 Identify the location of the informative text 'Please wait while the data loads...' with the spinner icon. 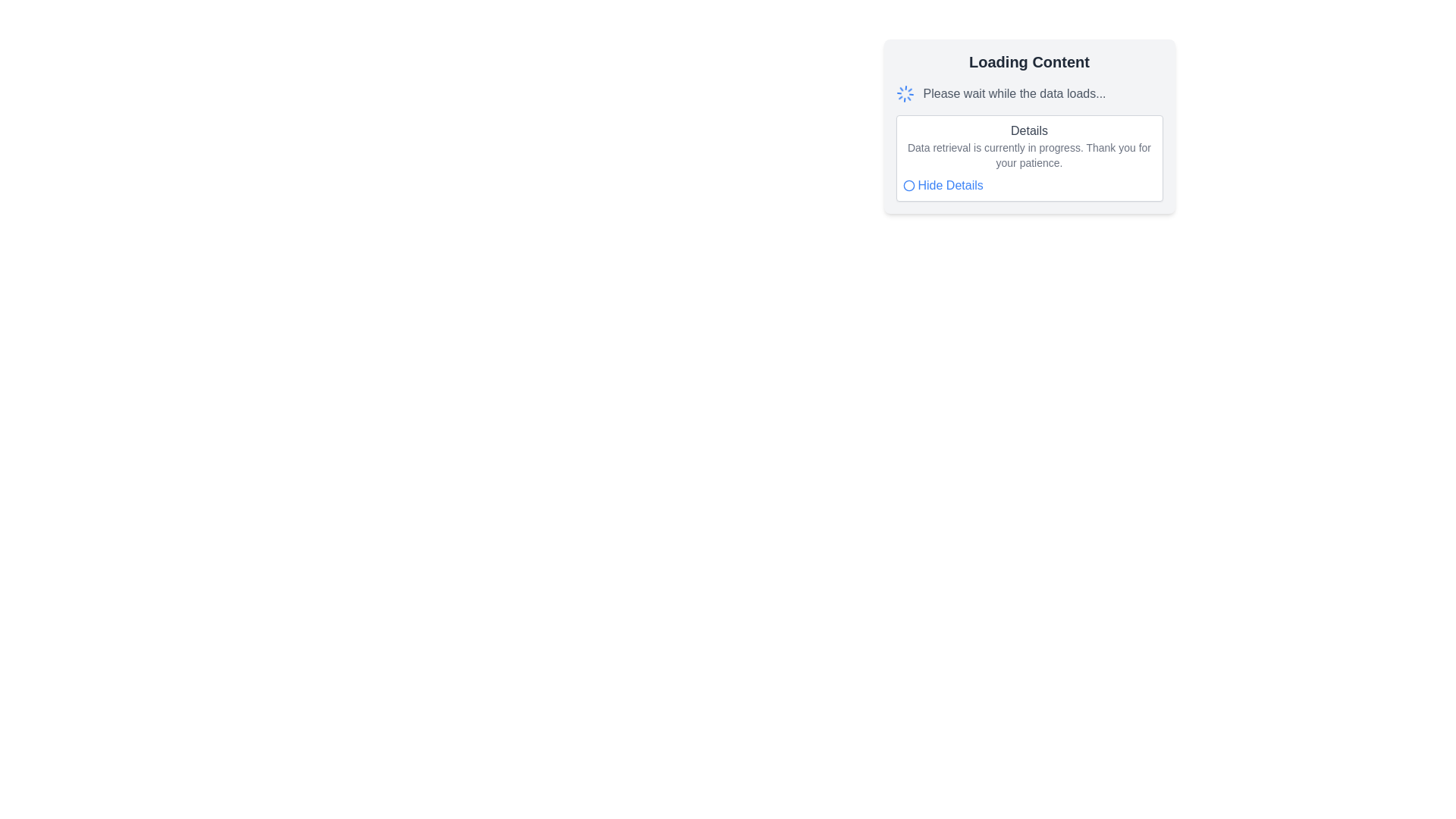
(1029, 93).